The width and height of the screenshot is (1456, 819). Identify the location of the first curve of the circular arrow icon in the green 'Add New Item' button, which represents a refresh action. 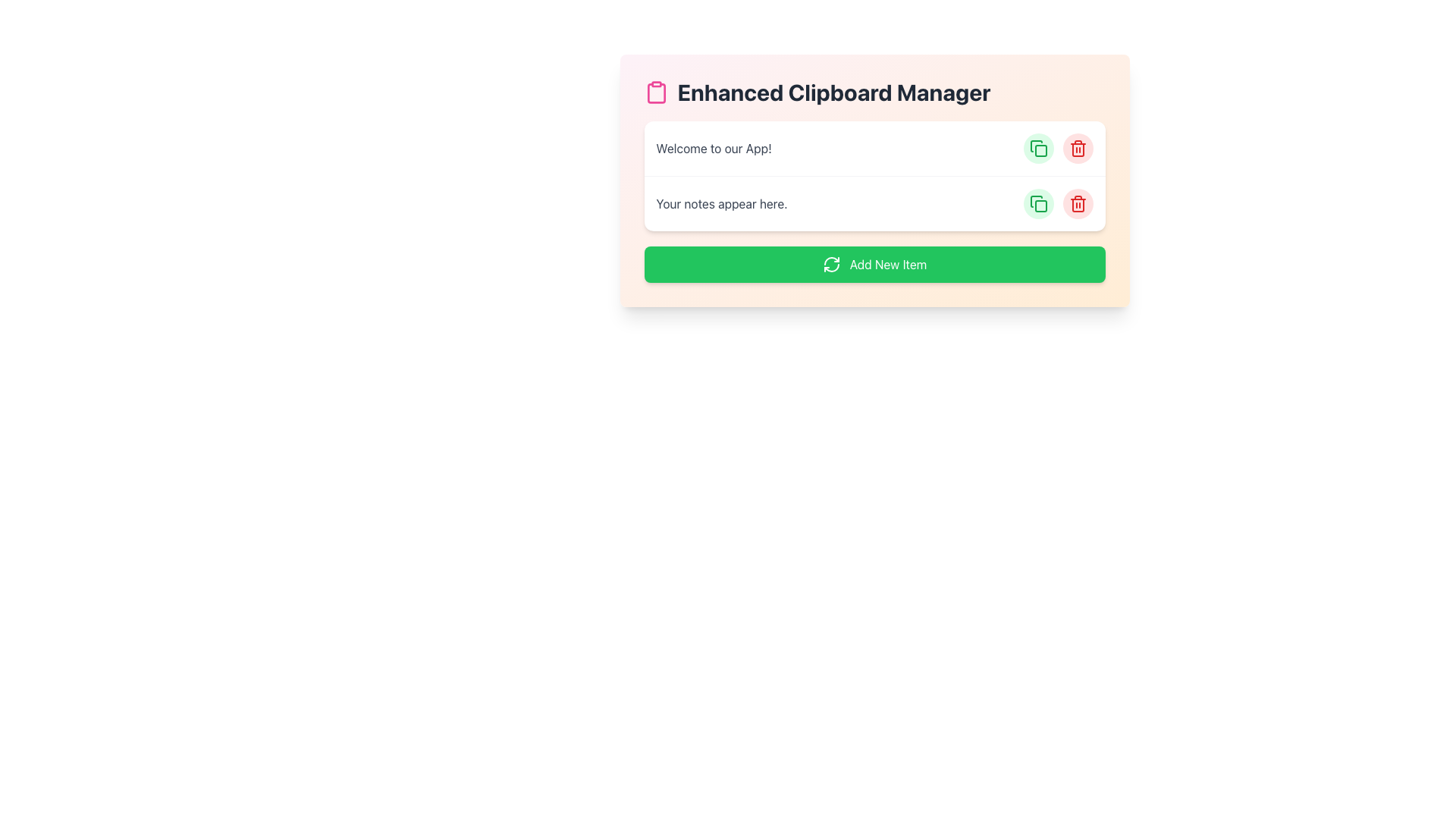
(830, 260).